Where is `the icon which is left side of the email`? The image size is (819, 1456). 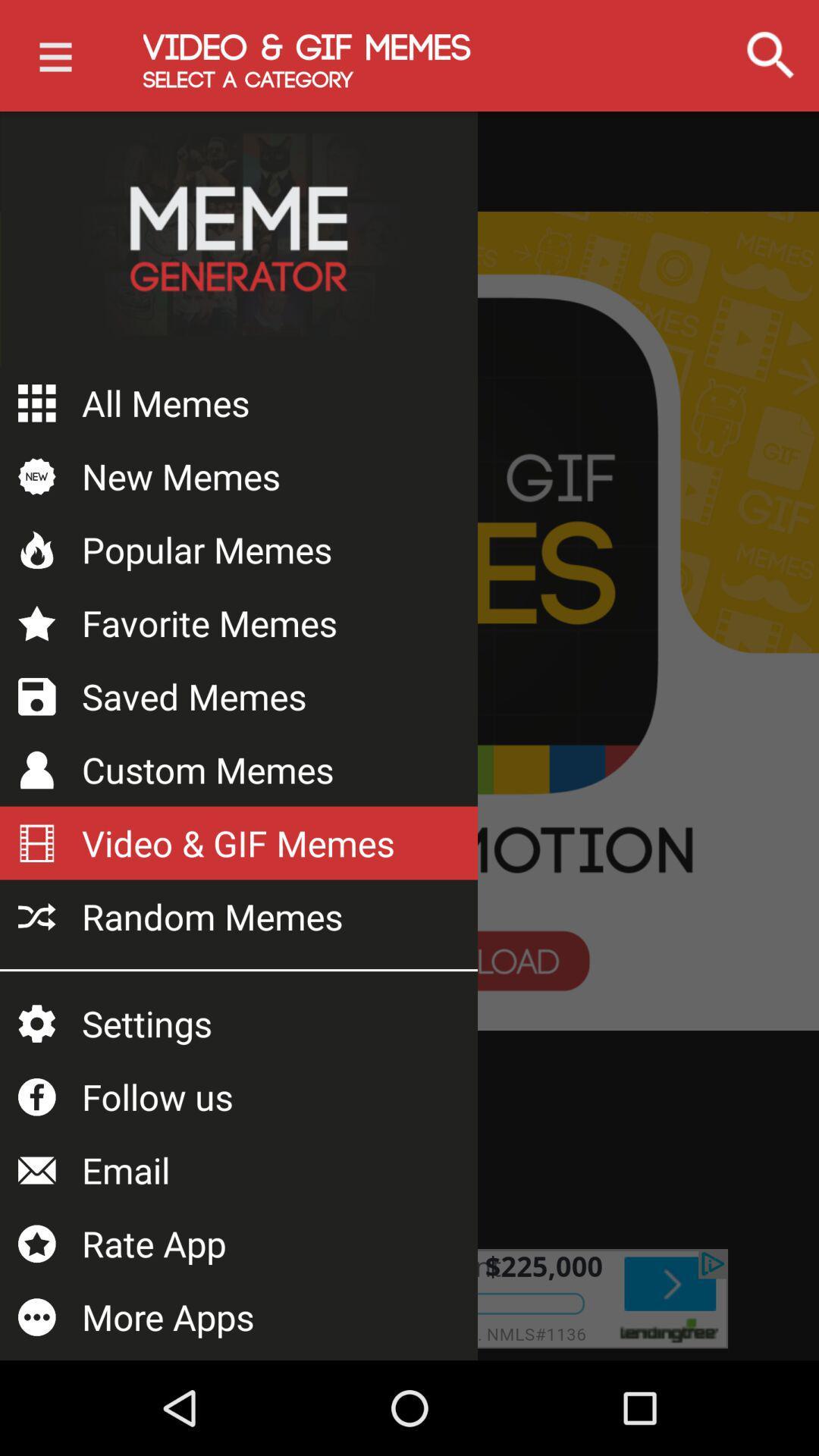
the icon which is left side of the email is located at coordinates (36, 1170).